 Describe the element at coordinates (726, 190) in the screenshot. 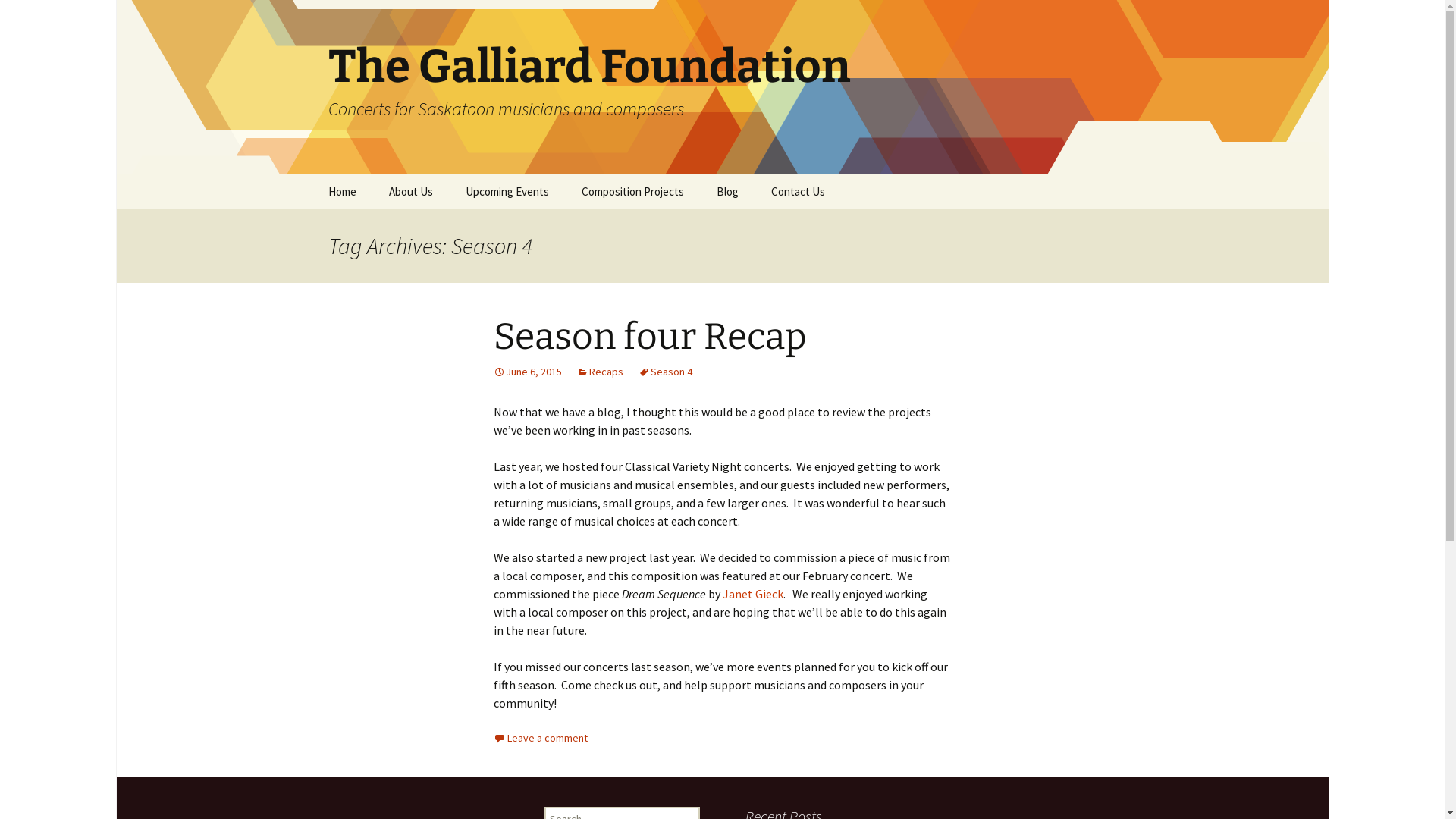

I see `'Blog'` at that location.